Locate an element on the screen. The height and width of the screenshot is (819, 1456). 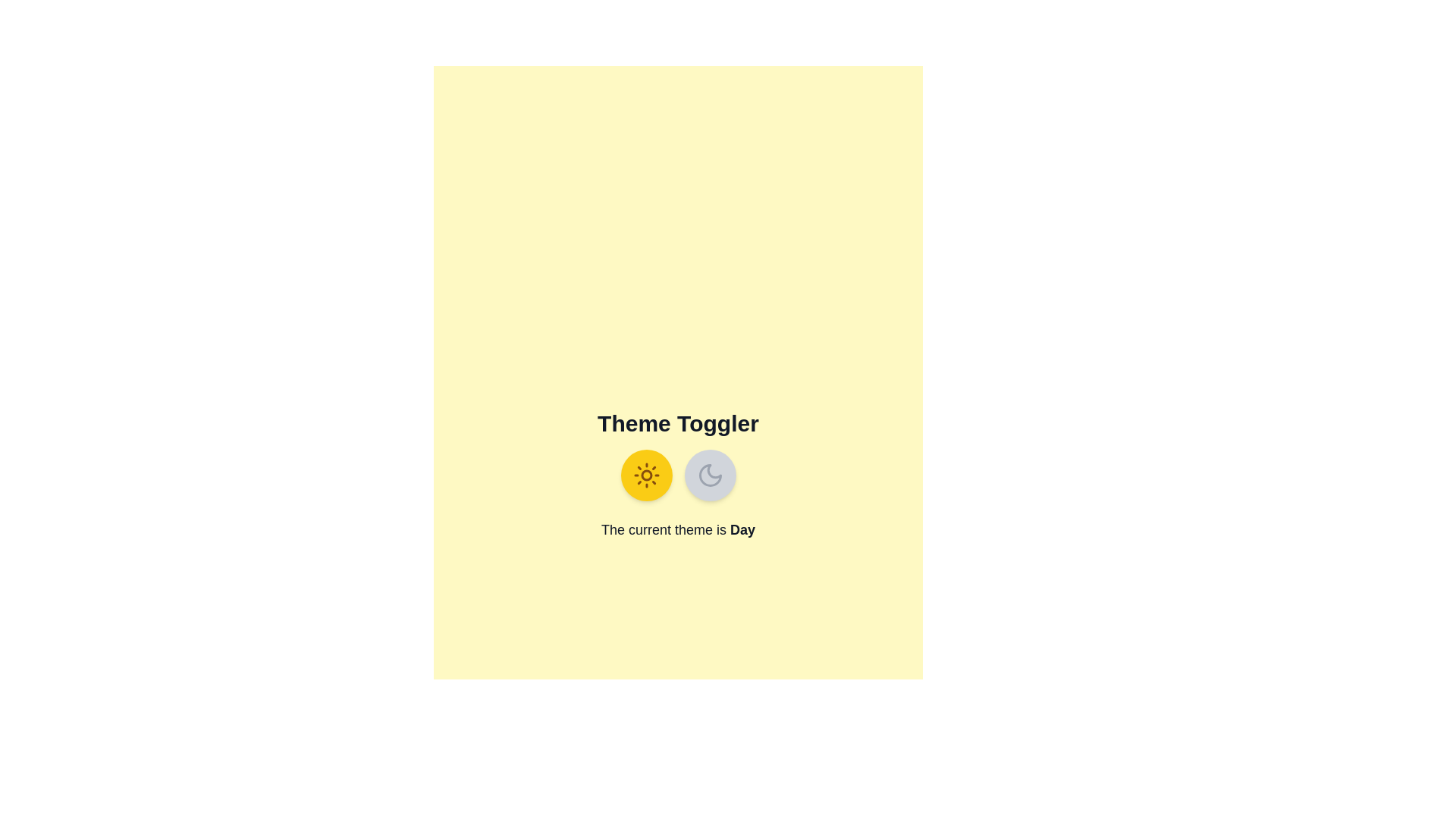
'Night' button to set the theme to night mode is located at coordinates (709, 475).